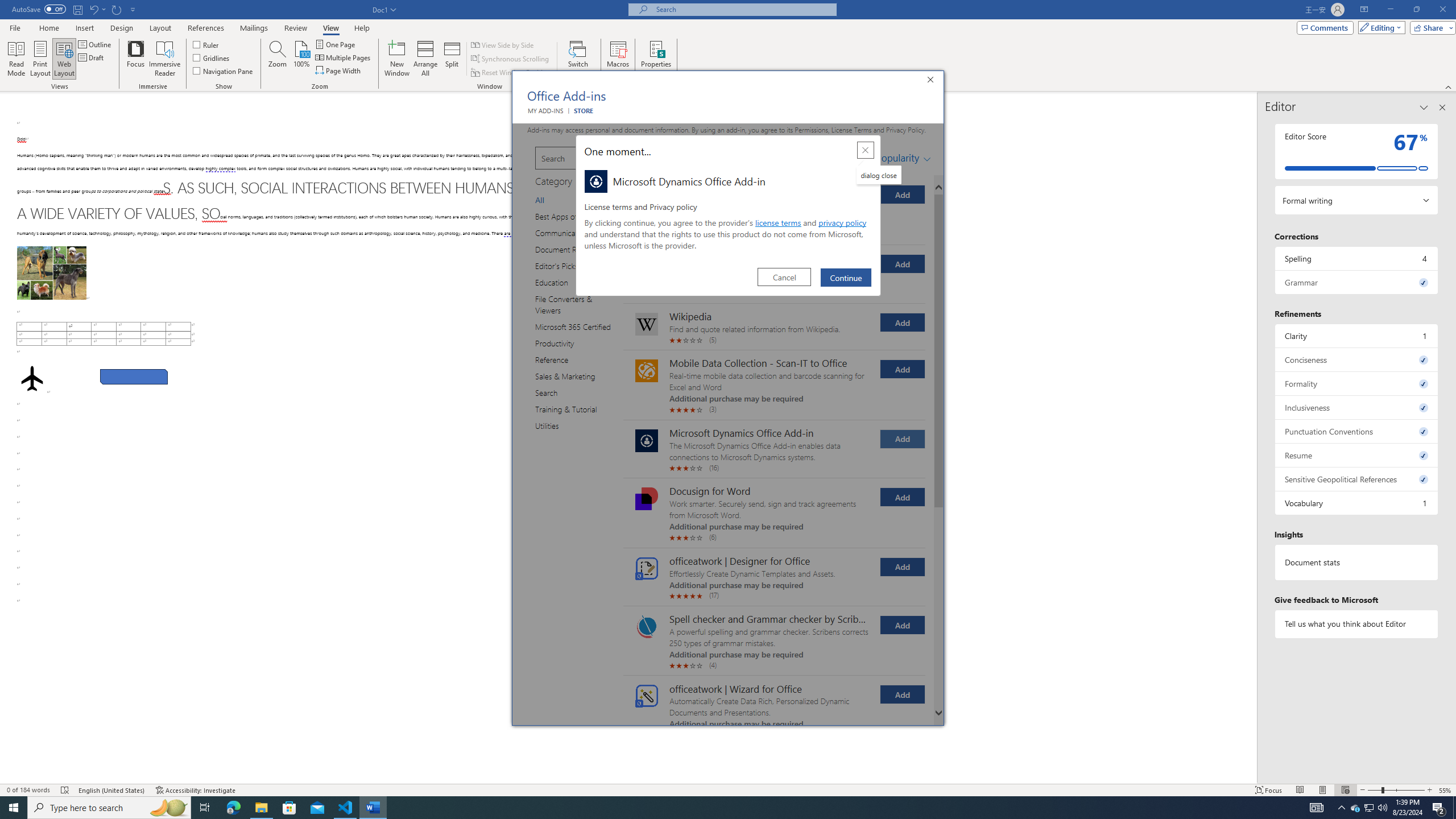  What do you see at coordinates (1356, 562) in the screenshot?
I see `'Document statistics'` at bounding box center [1356, 562].